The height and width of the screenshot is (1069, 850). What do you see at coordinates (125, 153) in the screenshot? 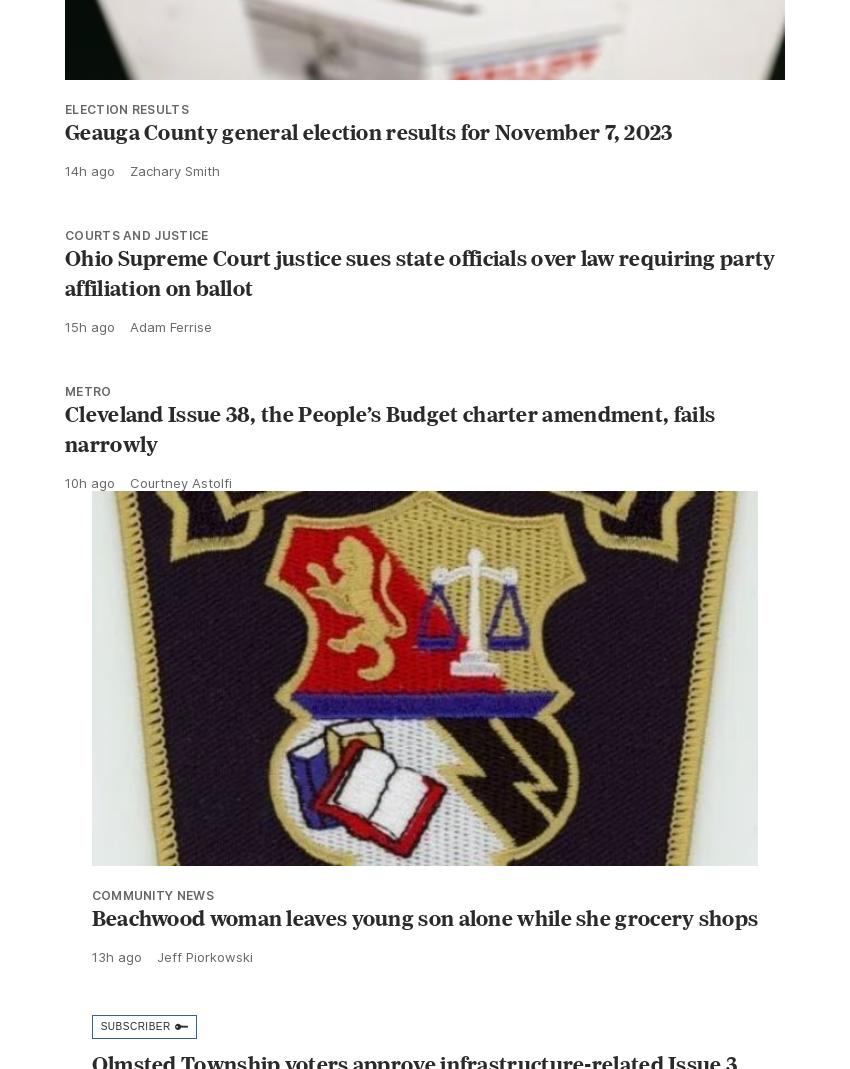
I see `'ELECTION RESULTS'` at bounding box center [125, 153].